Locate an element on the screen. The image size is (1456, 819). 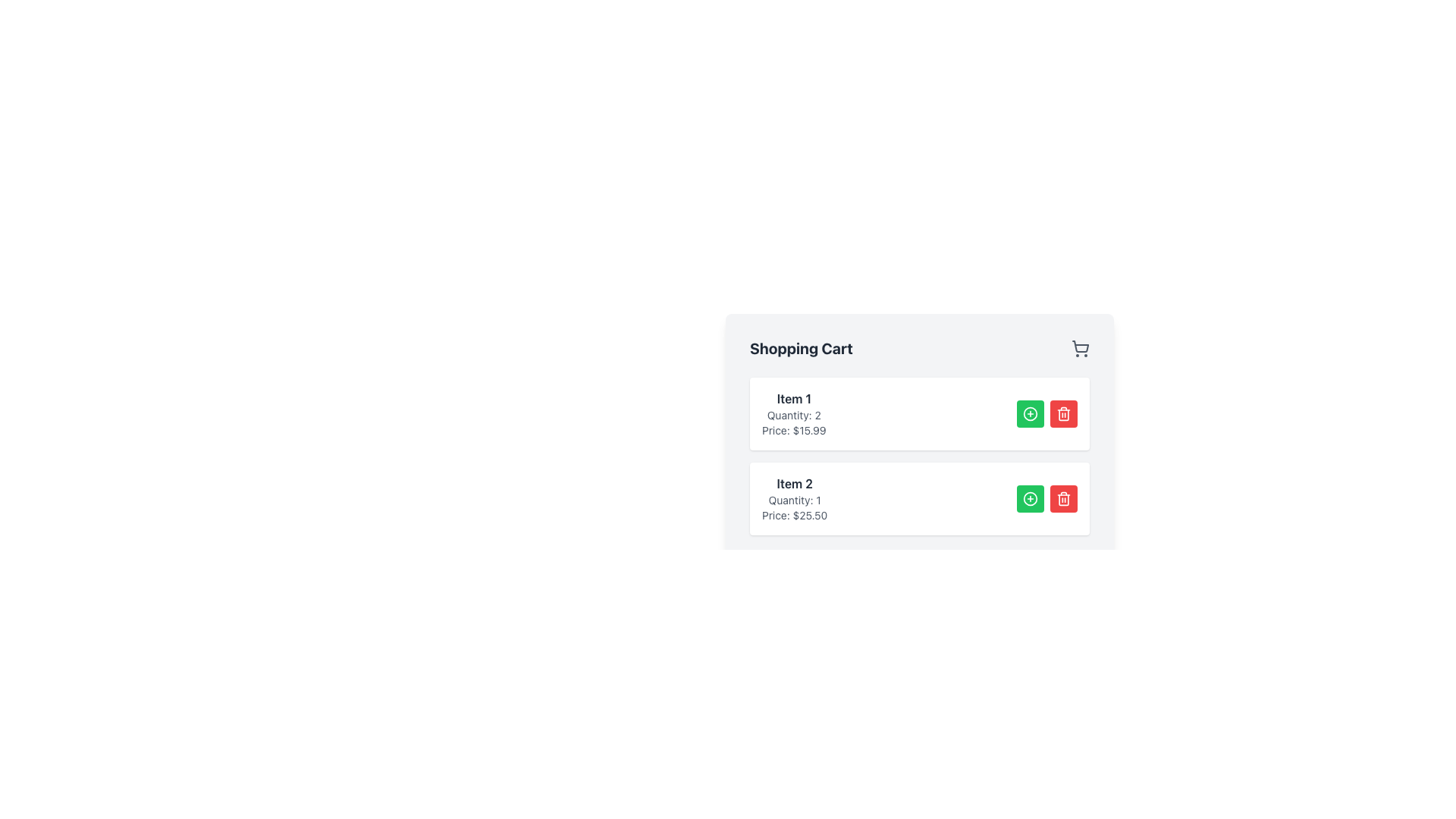
the primary text block in the first item entry of the shopping cart that provides details about the item including its name, quantity, and price is located at coordinates (793, 414).